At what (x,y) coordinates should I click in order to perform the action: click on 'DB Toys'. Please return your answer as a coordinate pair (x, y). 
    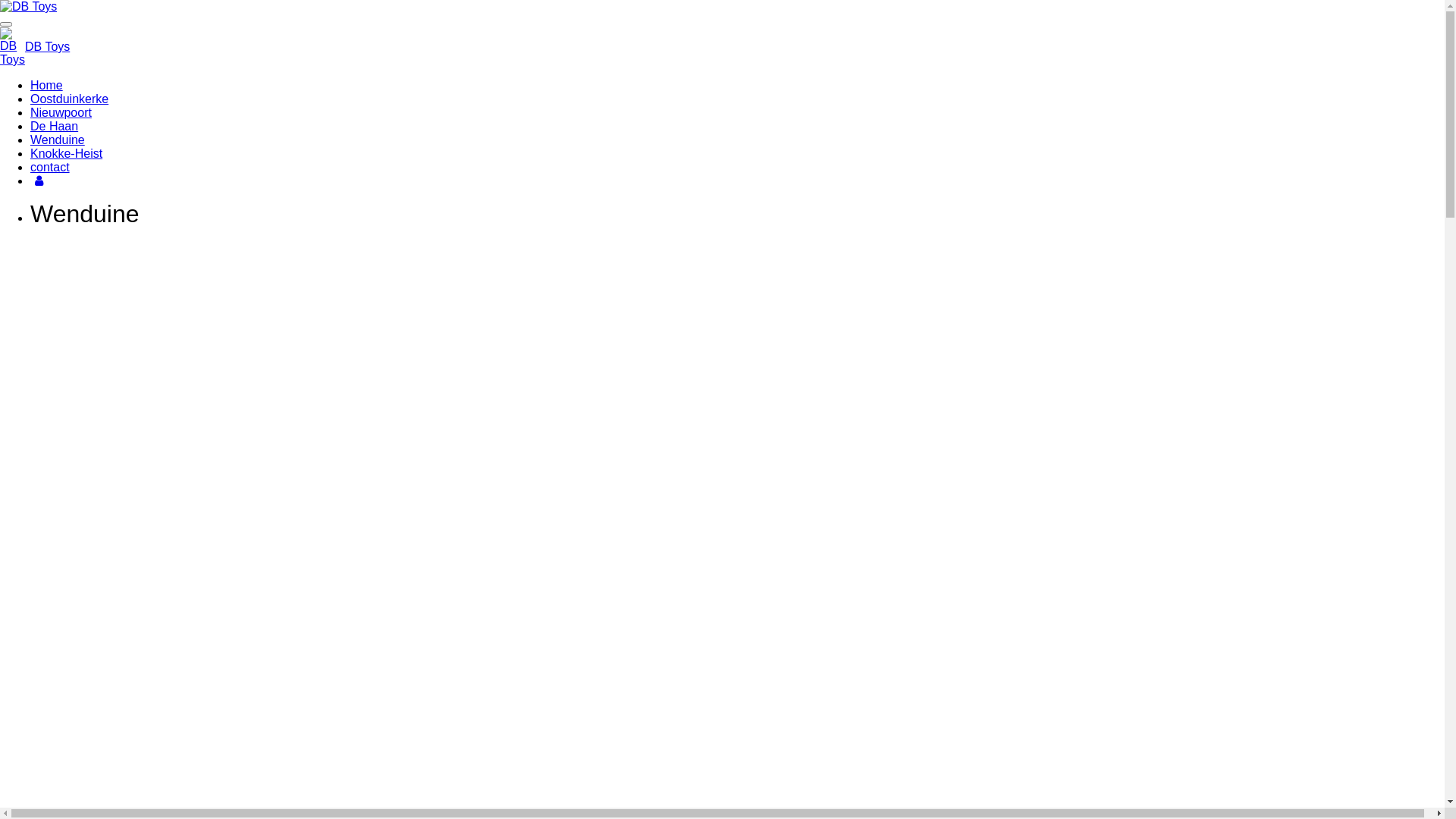
    Looking at the image, I should click on (12, 45).